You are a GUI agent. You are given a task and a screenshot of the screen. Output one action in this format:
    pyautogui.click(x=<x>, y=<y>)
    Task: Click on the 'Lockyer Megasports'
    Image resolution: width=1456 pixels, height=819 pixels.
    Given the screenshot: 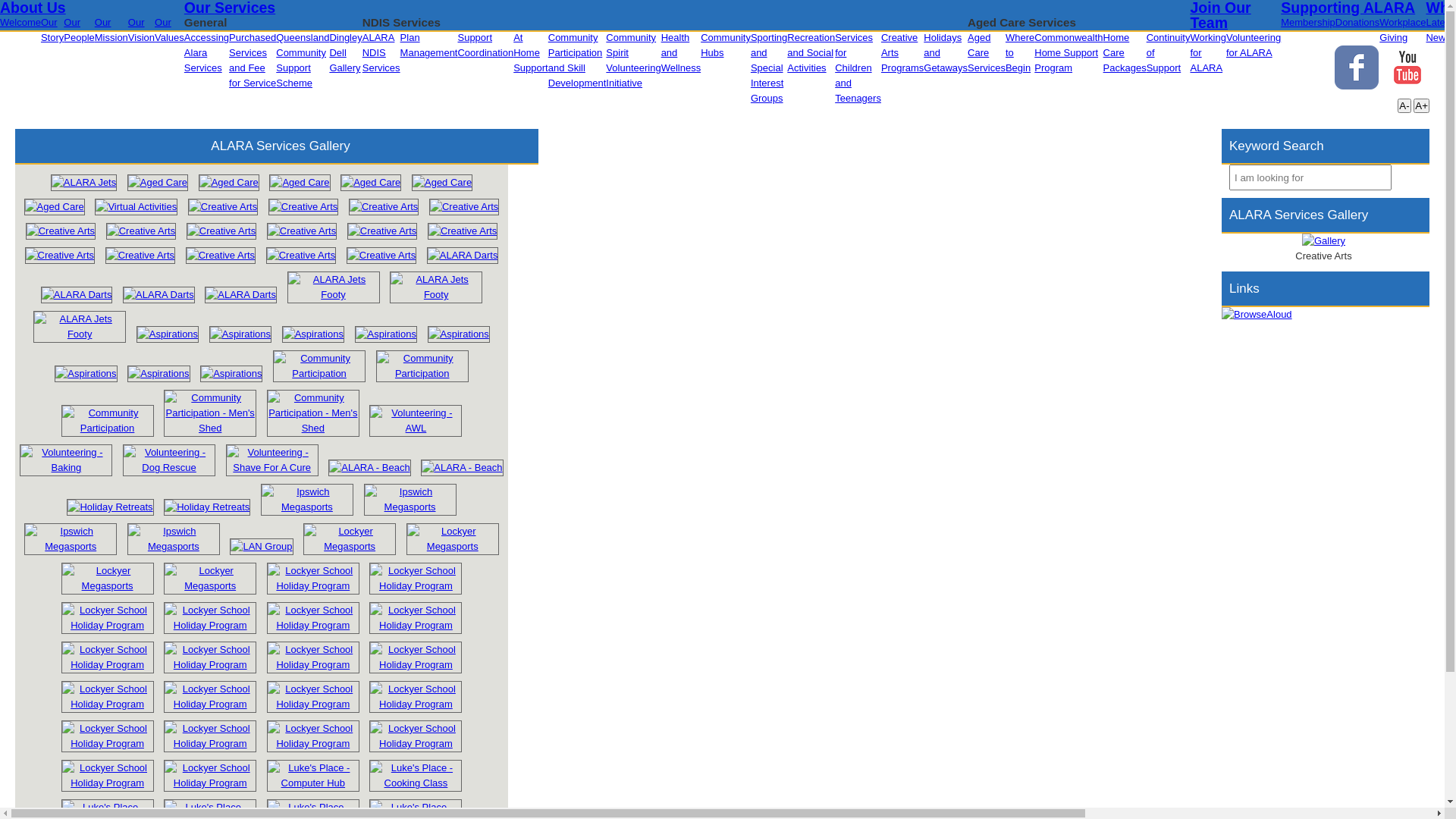 What is the action you would take?
    pyautogui.click(x=303, y=538)
    